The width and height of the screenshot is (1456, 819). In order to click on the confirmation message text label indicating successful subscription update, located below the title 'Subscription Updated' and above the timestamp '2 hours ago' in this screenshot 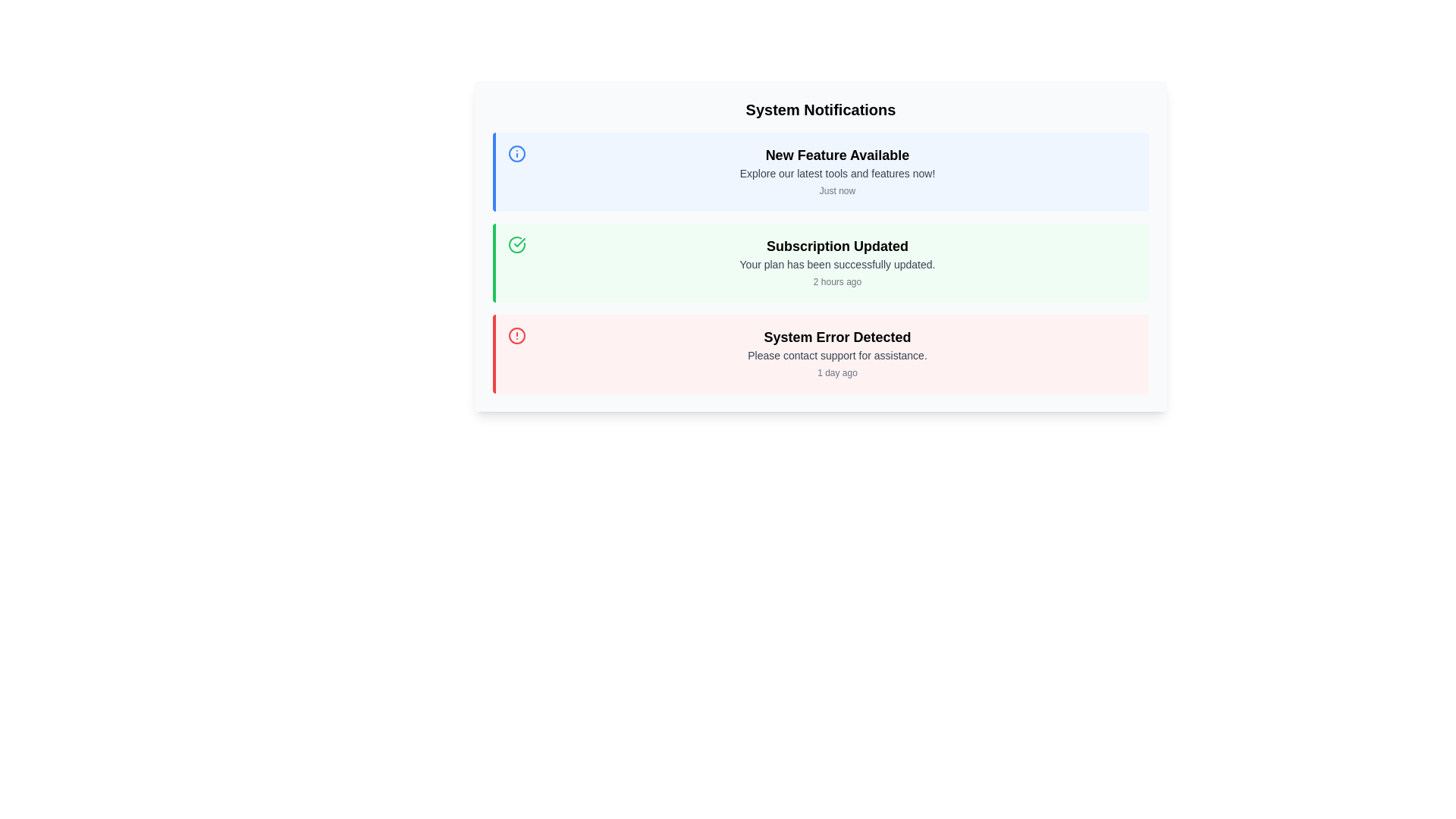, I will do `click(836, 263)`.